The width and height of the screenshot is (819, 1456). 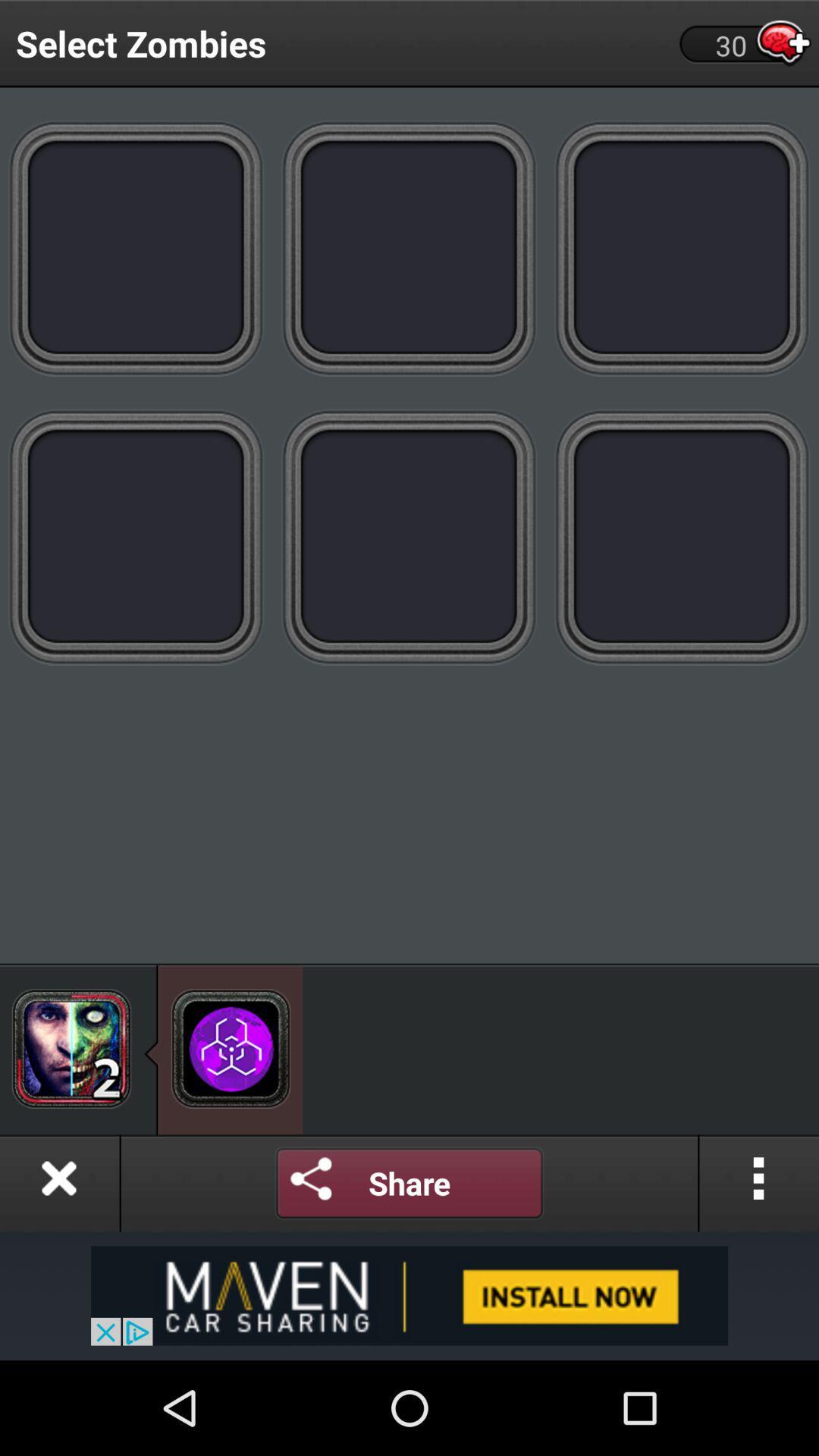 I want to click on zombie, so click(x=409, y=247).